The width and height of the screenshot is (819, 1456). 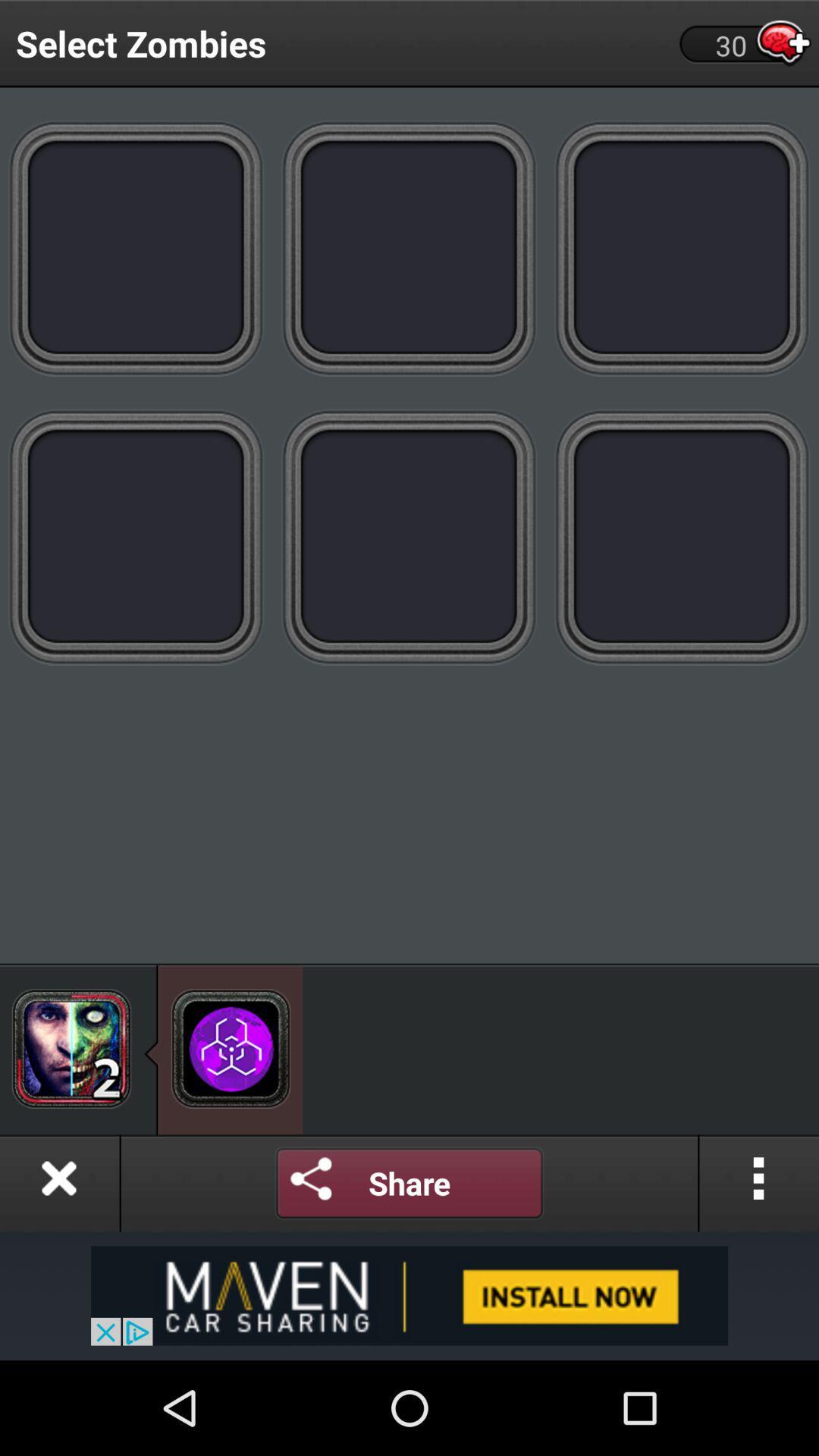 I want to click on zombie, so click(x=409, y=247).